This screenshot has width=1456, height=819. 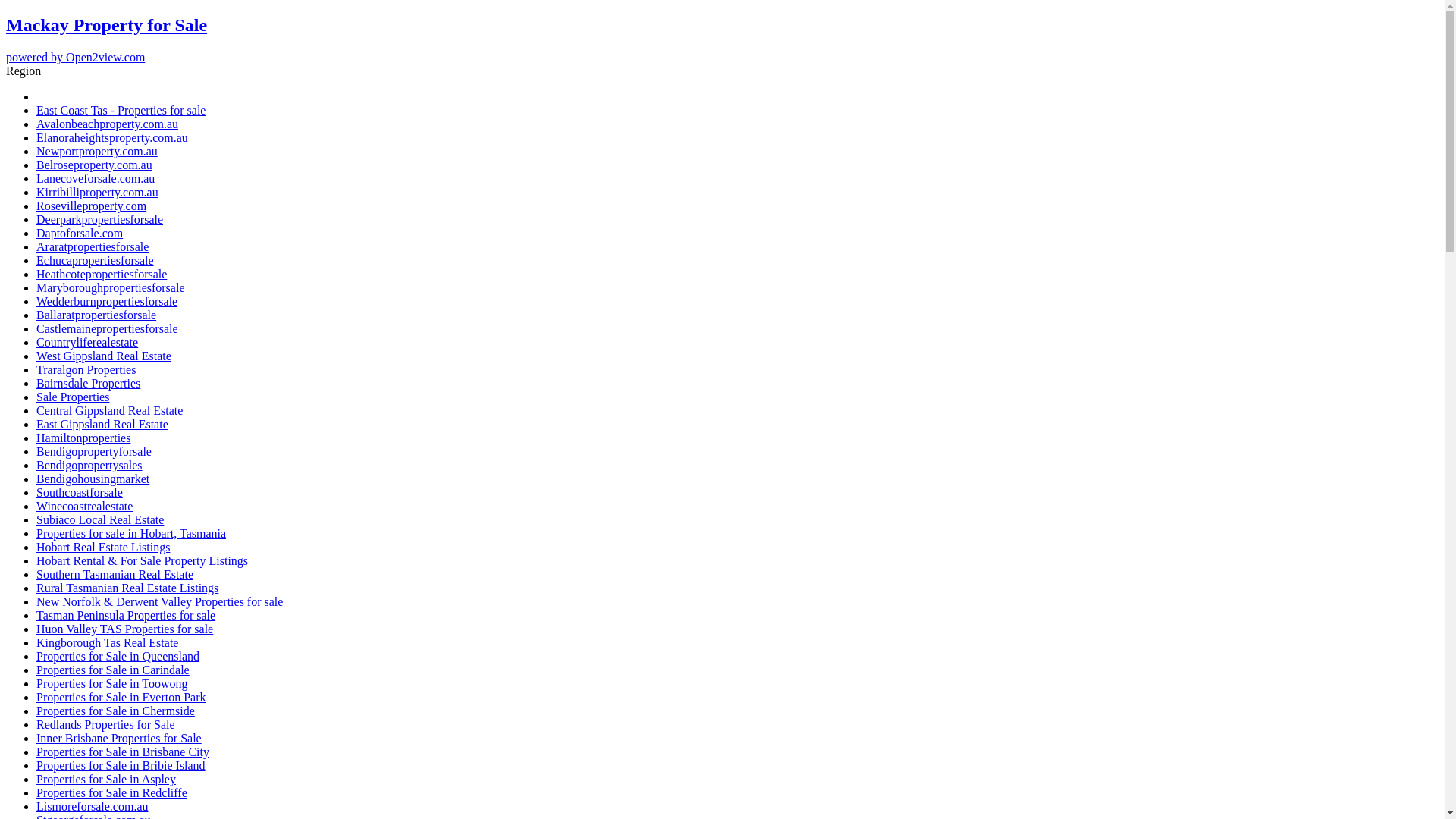 What do you see at coordinates (86, 342) in the screenshot?
I see `'Countryliferealestate'` at bounding box center [86, 342].